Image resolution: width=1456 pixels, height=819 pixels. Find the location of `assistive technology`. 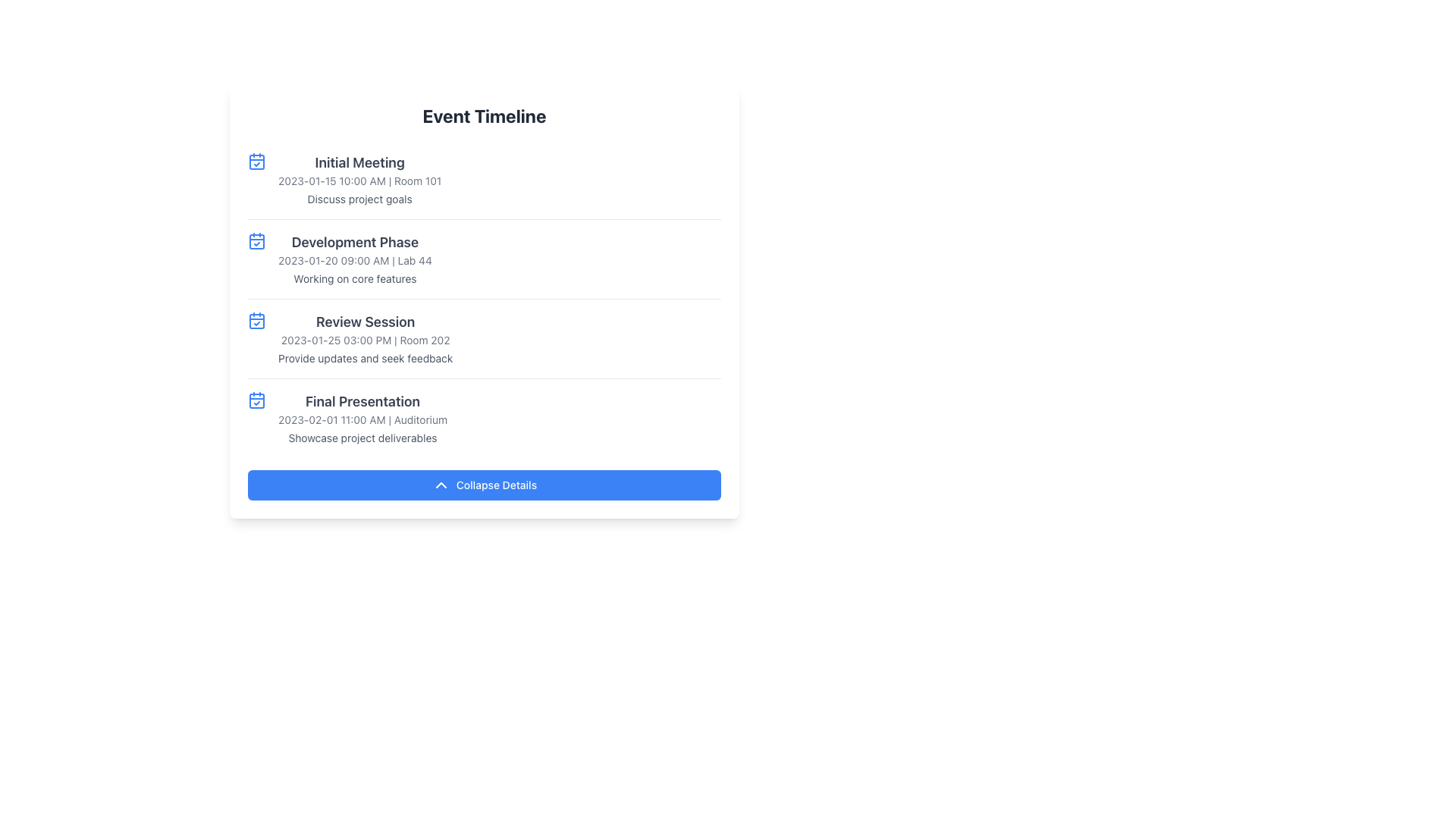

assistive technology is located at coordinates (354, 259).